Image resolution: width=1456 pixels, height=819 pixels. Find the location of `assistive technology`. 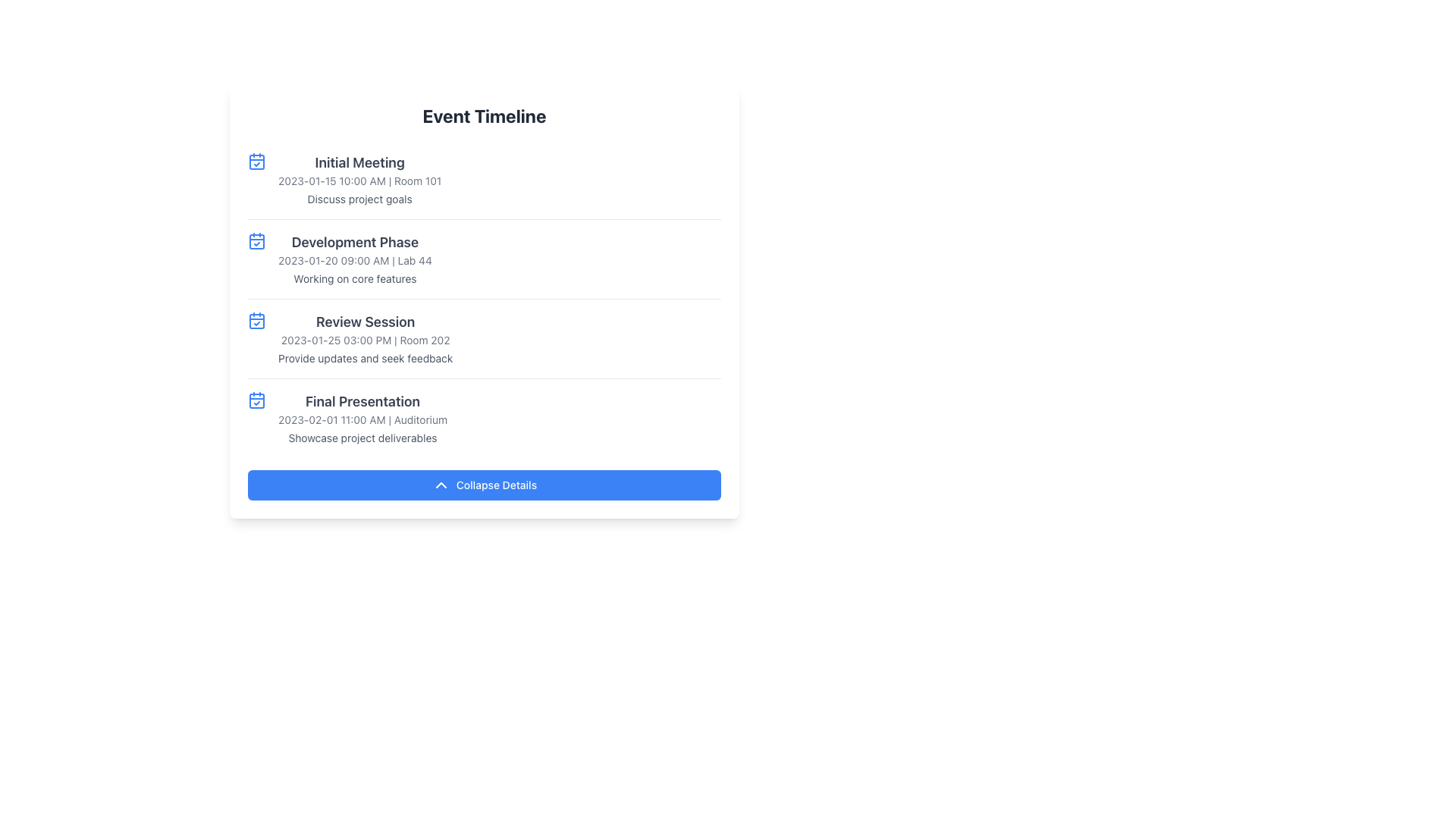

assistive technology is located at coordinates (354, 259).